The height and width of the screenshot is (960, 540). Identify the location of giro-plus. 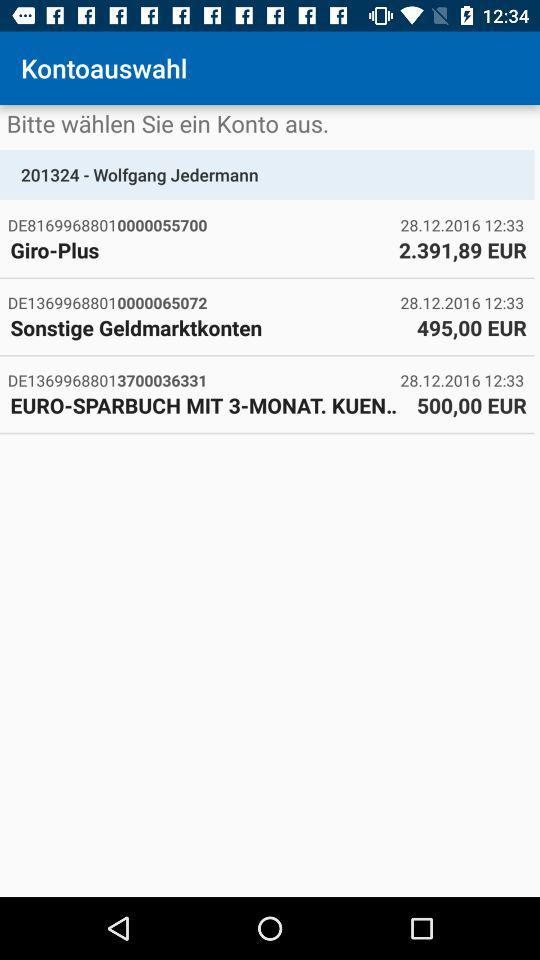
(199, 249).